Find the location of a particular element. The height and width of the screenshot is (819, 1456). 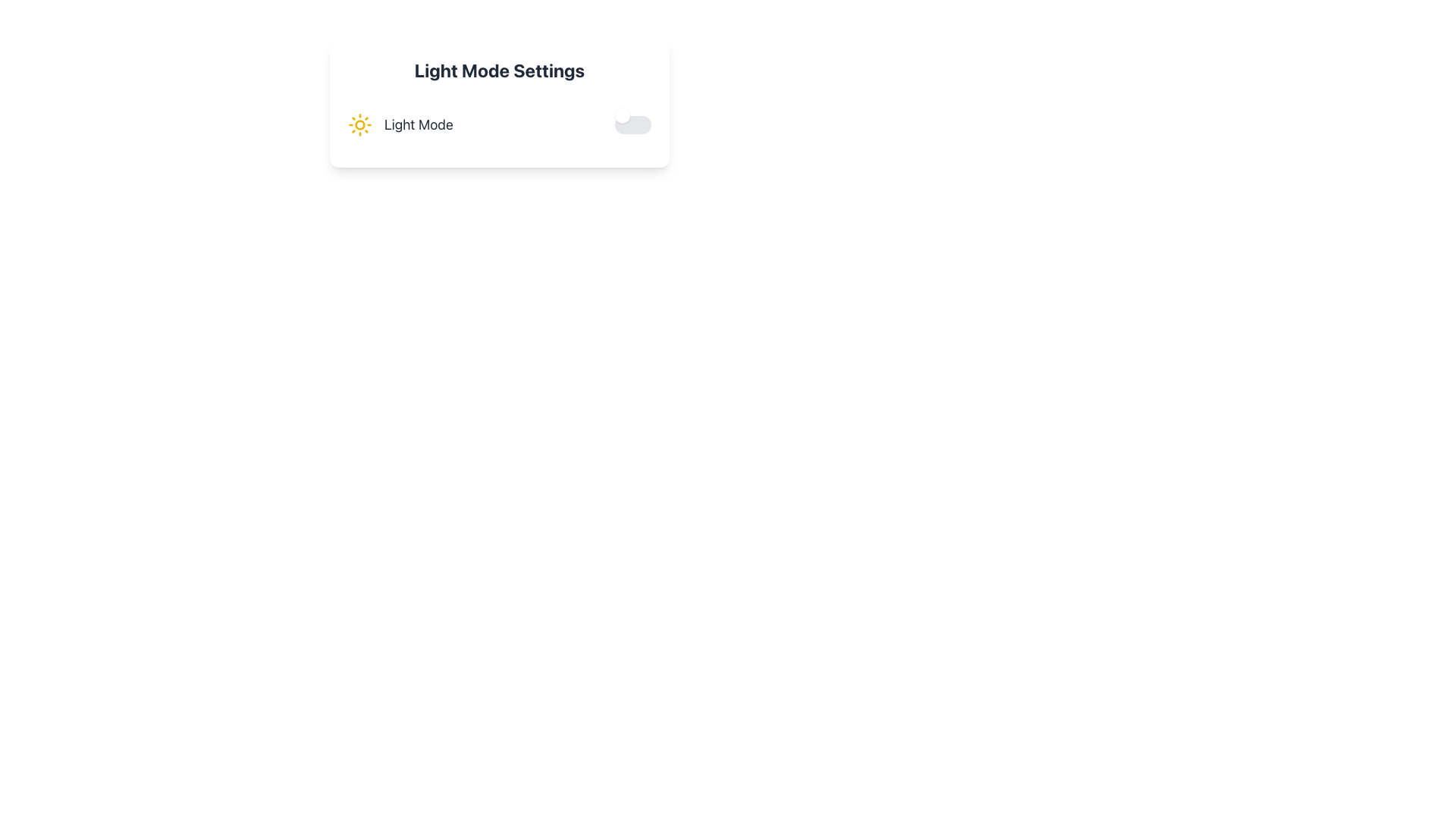

the small yellow circular shape located at the center of the sun graphic inside the 'Light Mode Settings' card interface is located at coordinates (359, 124).